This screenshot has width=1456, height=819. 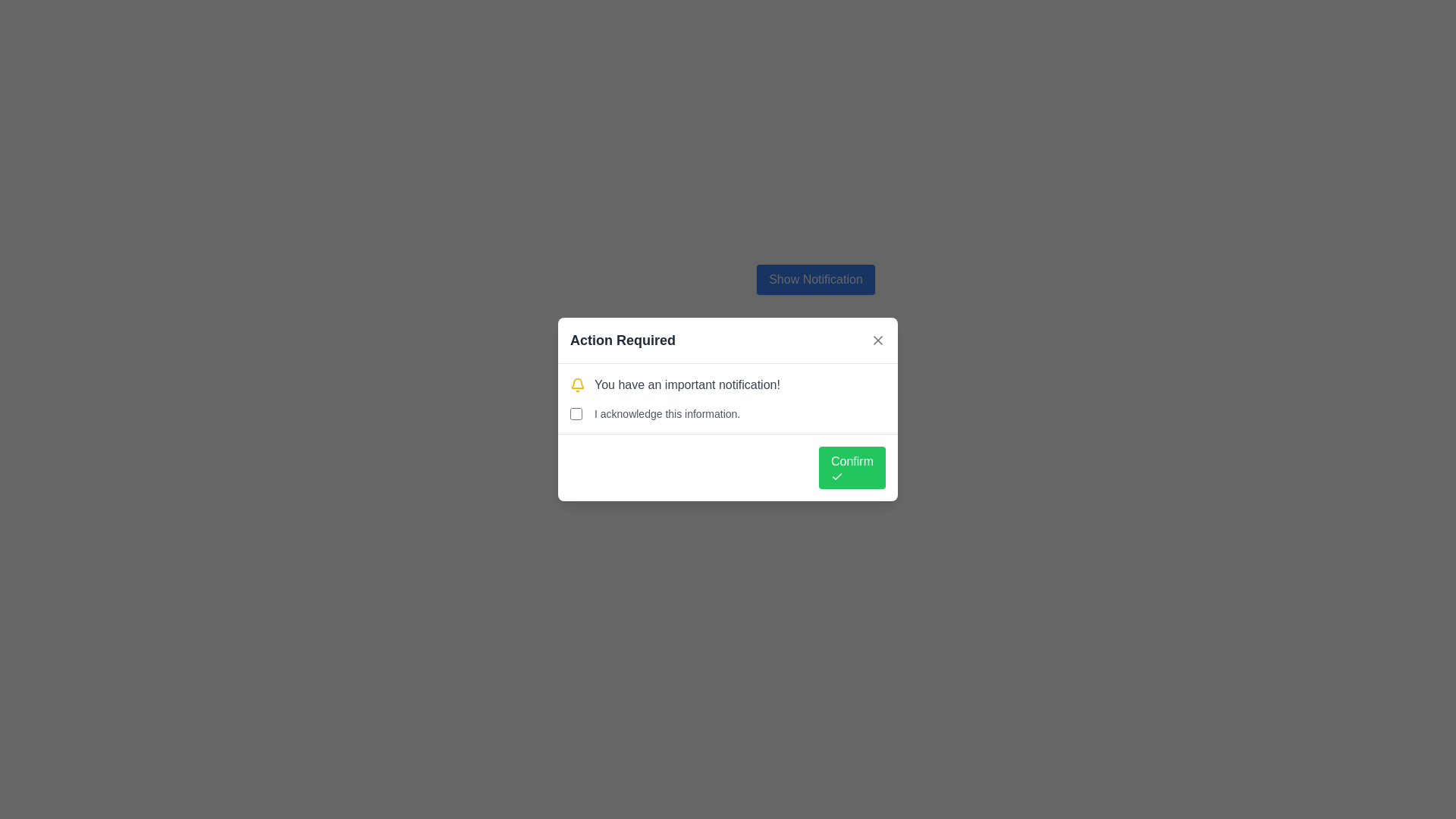 What do you see at coordinates (852, 467) in the screenshot?
I see `the green 'Confirm' button located in the bottom-right corner of the 'Action Required' dialog box to trigger the hover effect` at bounding box center [852, 467].